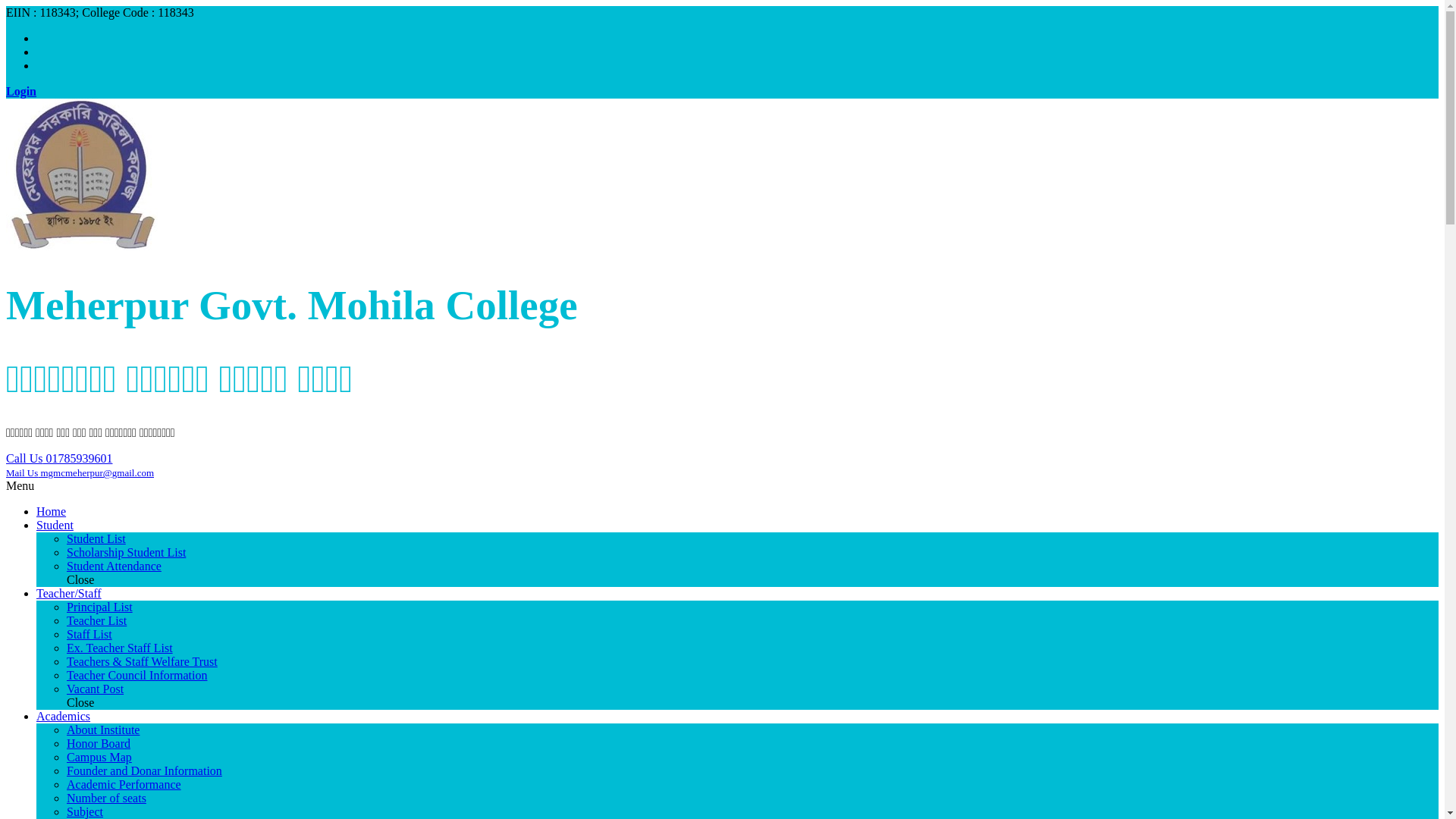 The width and height of the screenshot is (1456, 819). Describe the element at coordinates (65, 757) in the screenshot. I see `'Campus Map'` at that location.